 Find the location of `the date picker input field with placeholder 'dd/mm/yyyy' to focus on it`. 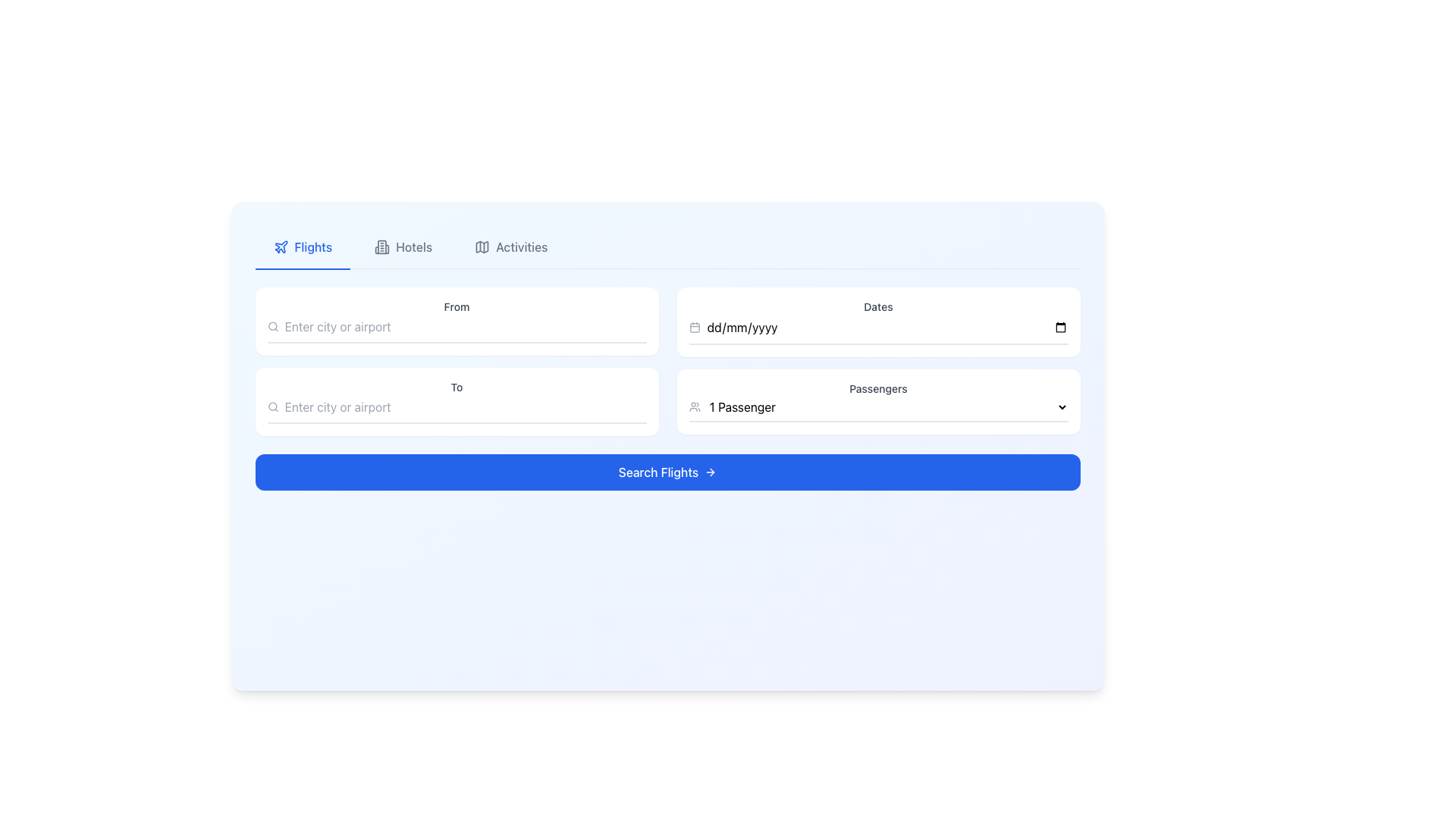

the date picker input field with placeholder 'dd/mm/yyyy' to focus on it is located at coordinates (887, 327).